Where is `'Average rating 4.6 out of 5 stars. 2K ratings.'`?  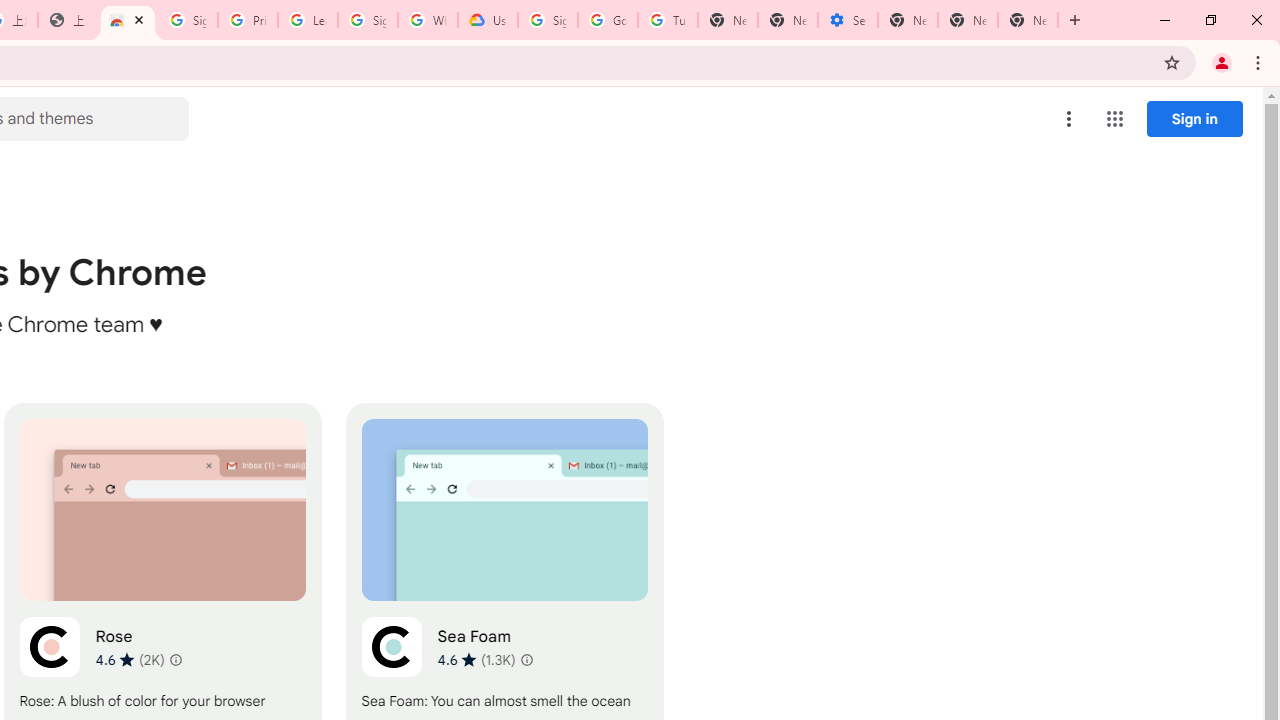
'Average rating 4.6 out of 5 stars. 2K ratings.' is located at coordinates (128, 659).